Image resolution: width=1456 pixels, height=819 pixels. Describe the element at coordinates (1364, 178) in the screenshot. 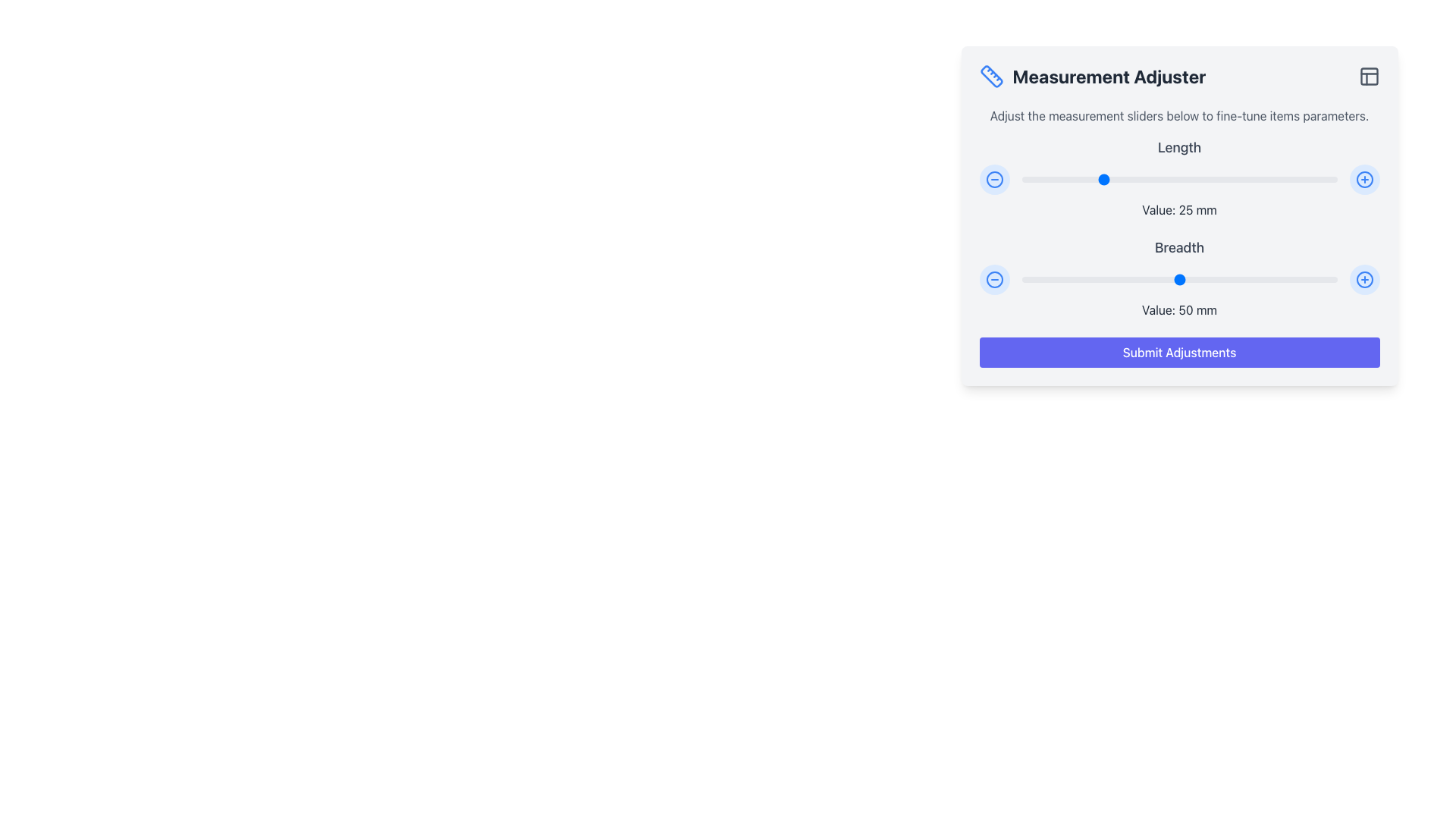

I see `the circular button with a light blue background and a dark blue plus icon to increase the value of the associated parameter` at that location.